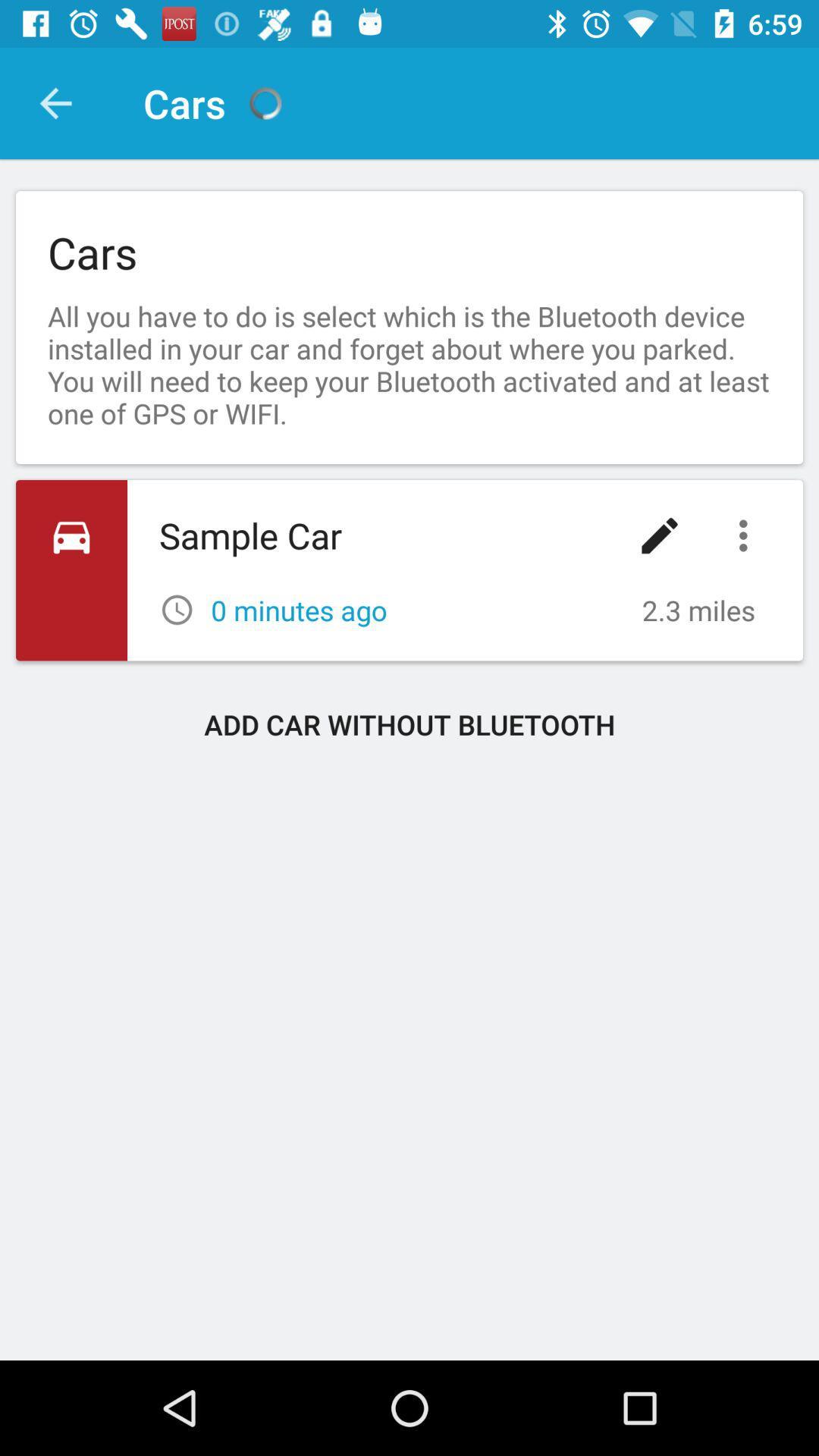  Describe the element at coordinates (409, 570) in the screenshot. I see `sample car` at that location.